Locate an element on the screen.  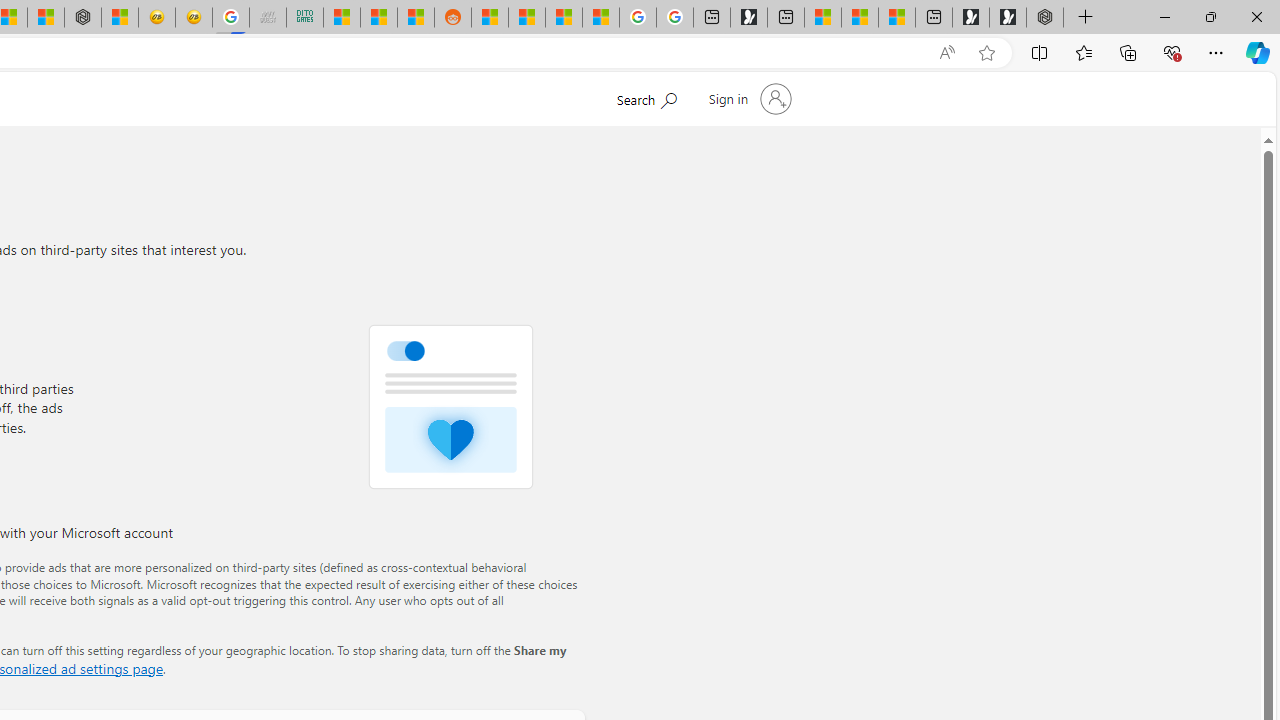
'Play Free Online Games | Games from Microsoft Start' is located at coordinates (1008, 17).